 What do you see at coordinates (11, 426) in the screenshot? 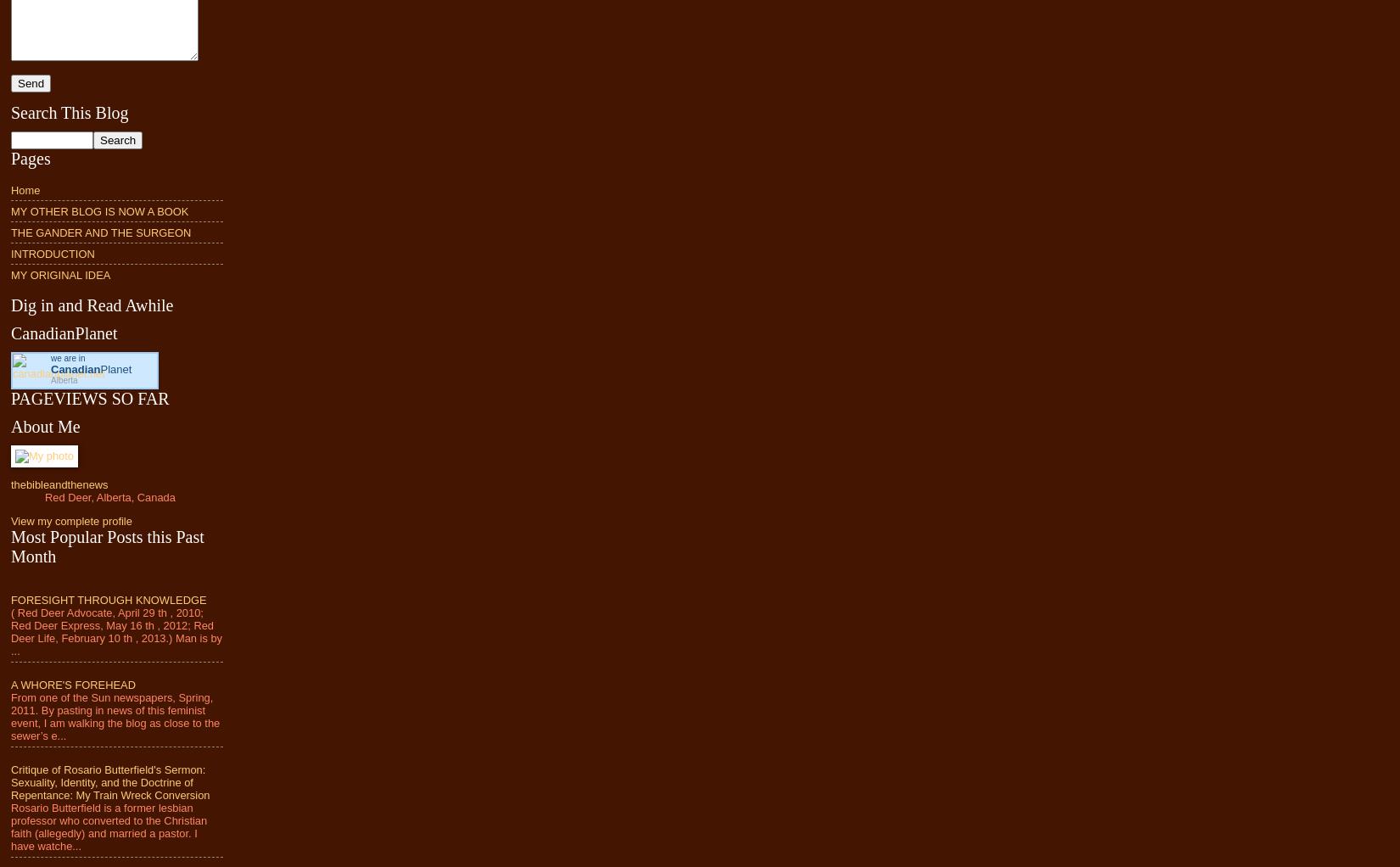
I see `'About Me'` at bounding box center [11, 426].